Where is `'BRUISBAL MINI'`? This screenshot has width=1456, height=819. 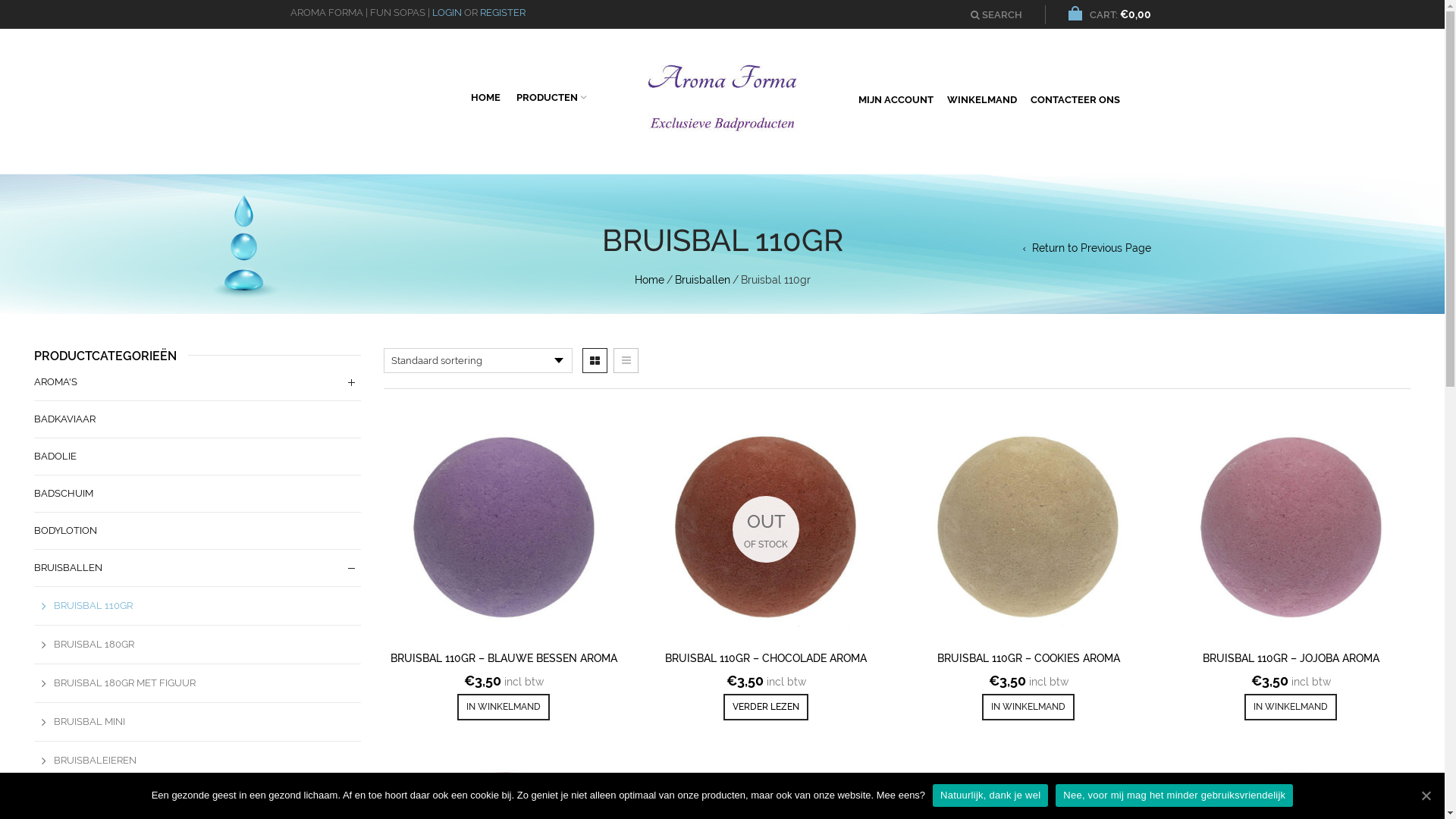
'BRUISBAL MINI' is located at coordinates (79, 721).